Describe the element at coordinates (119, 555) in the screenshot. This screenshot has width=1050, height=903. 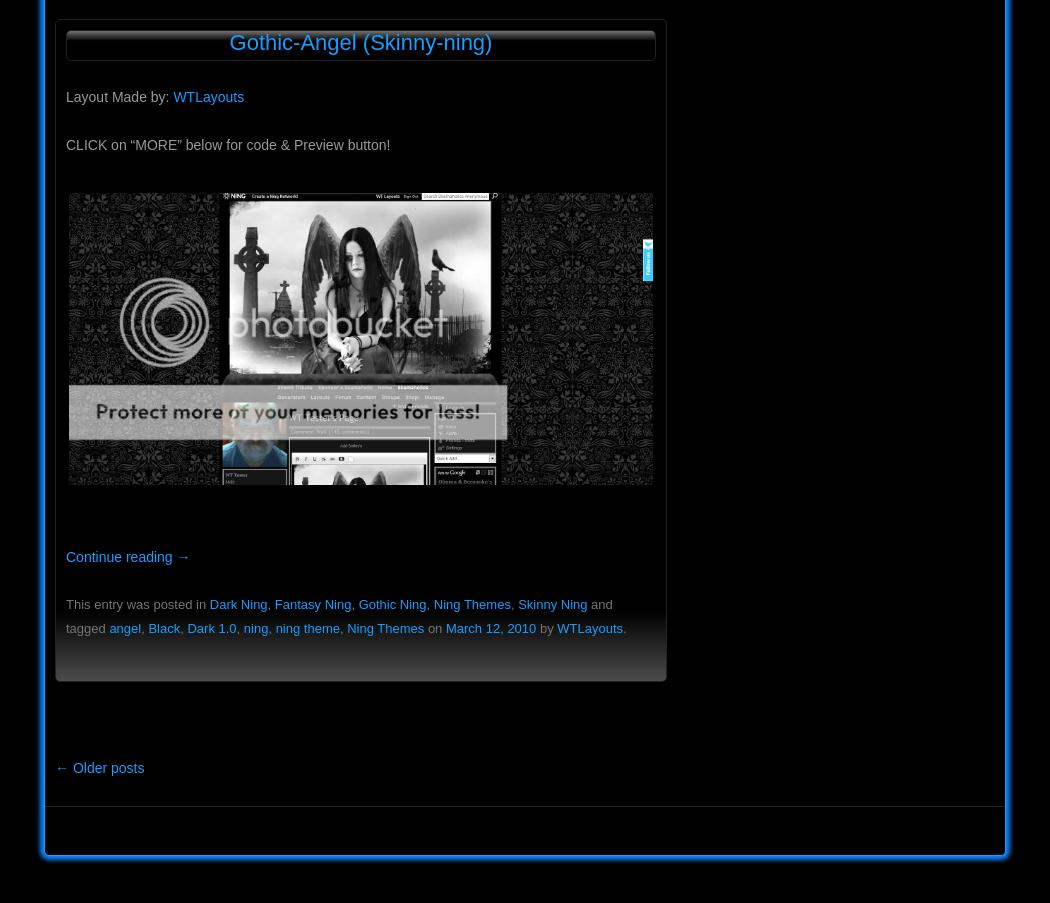
I see `'Continue reading'` at that location.